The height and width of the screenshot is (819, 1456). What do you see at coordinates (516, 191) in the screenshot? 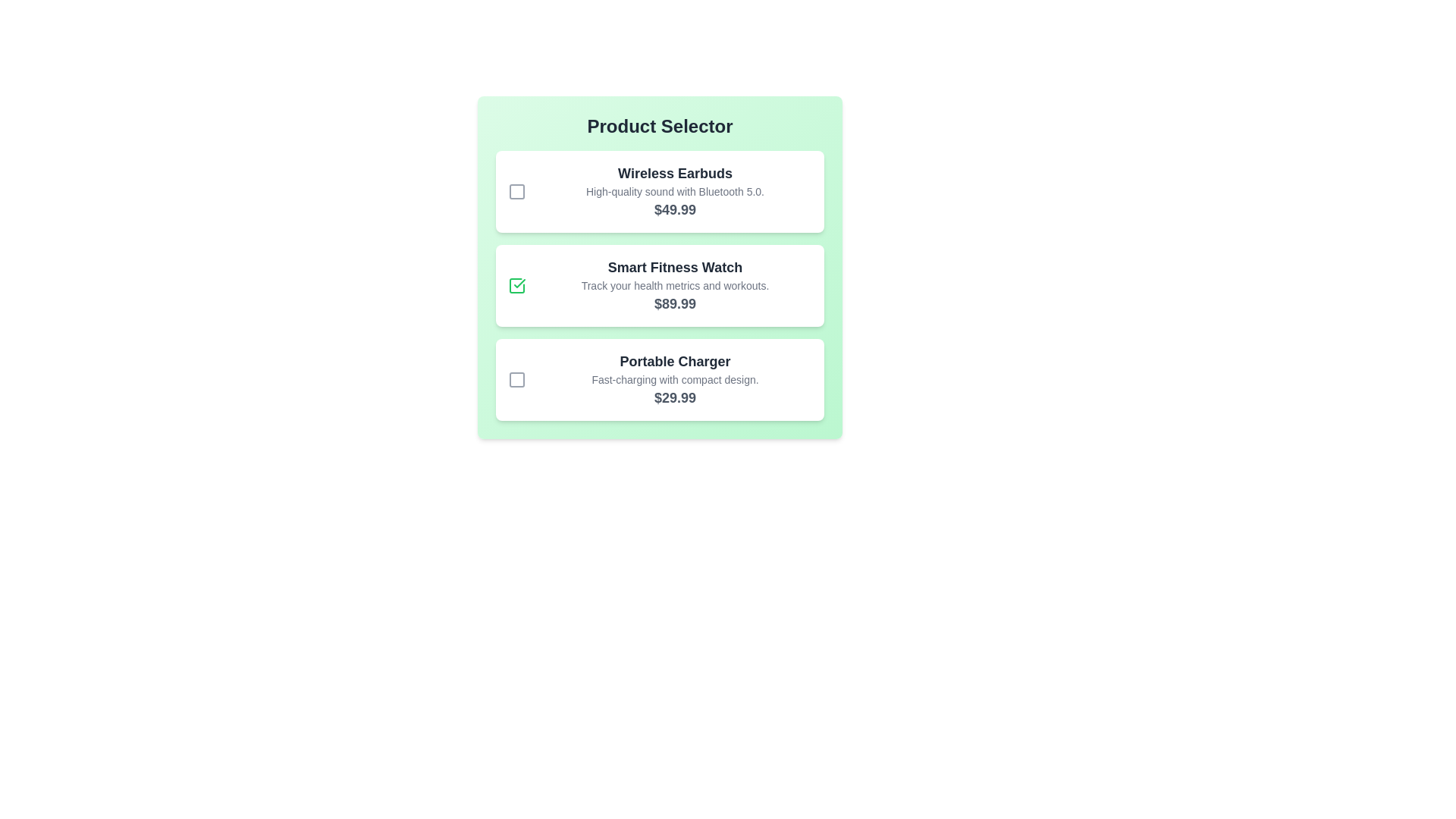
I see `the product Wireless Earbuds by clicking its checkbox` at bounding box center [516, 191].